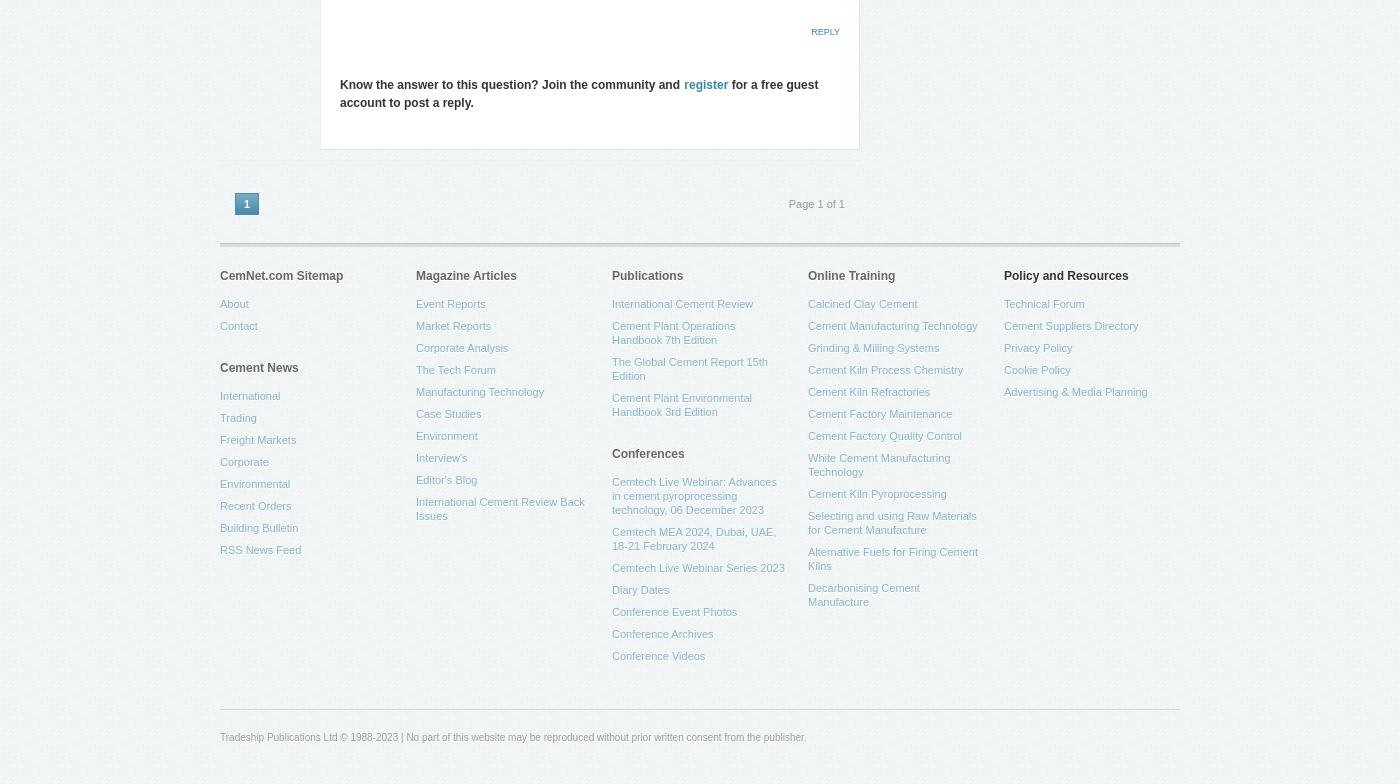 The width and height of the screenshot is (1400, 784). Describe the element at coordinates (1003, 325) in the screenshot. I see `'Cement Suppliers Directory'` at that location.